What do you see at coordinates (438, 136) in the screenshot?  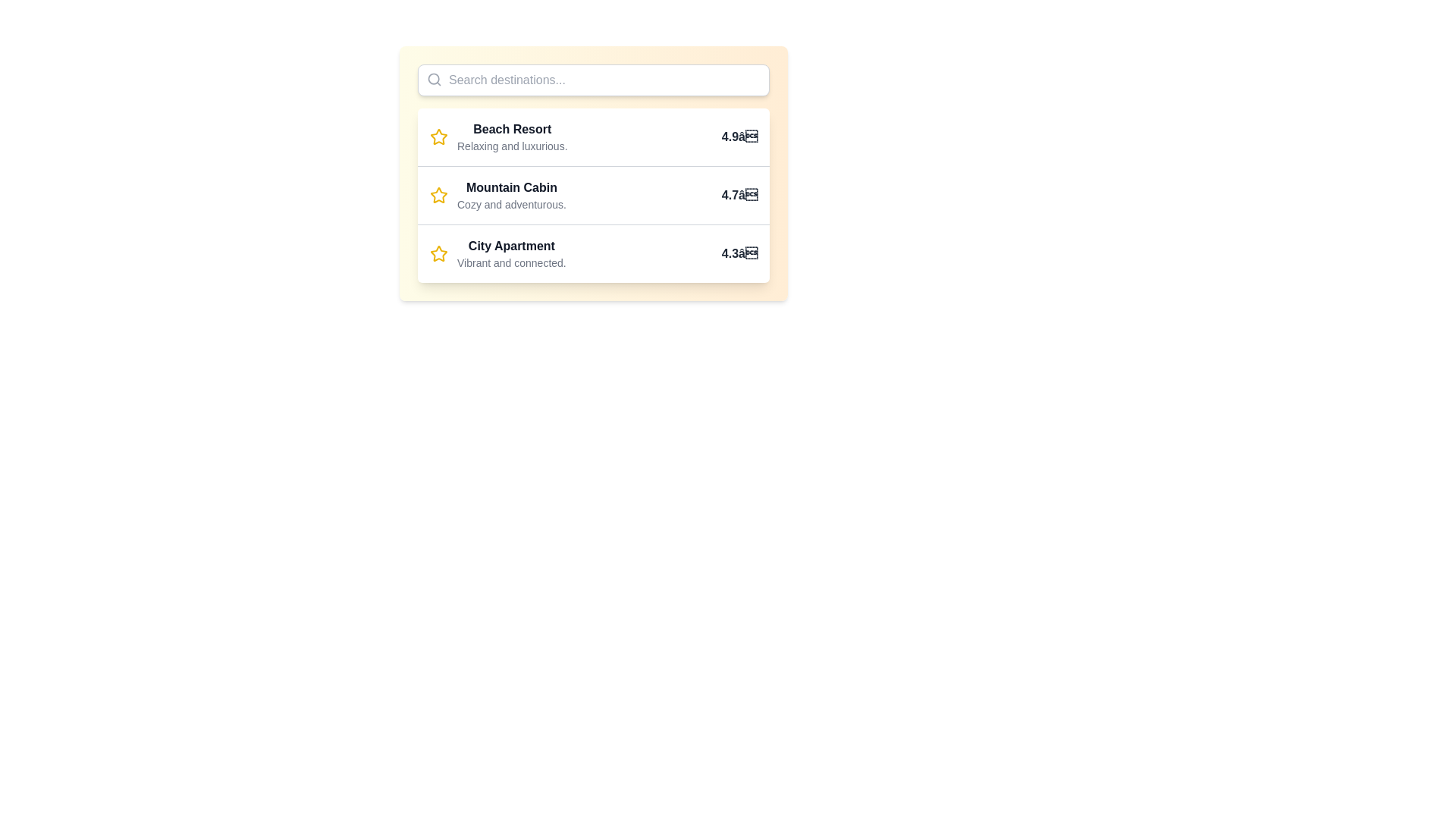 I see `the yellow star-shaped icon located to the immediate left of the 'Mountain Cabin' entry in the list of destinations` at bounding box center [438, 136].